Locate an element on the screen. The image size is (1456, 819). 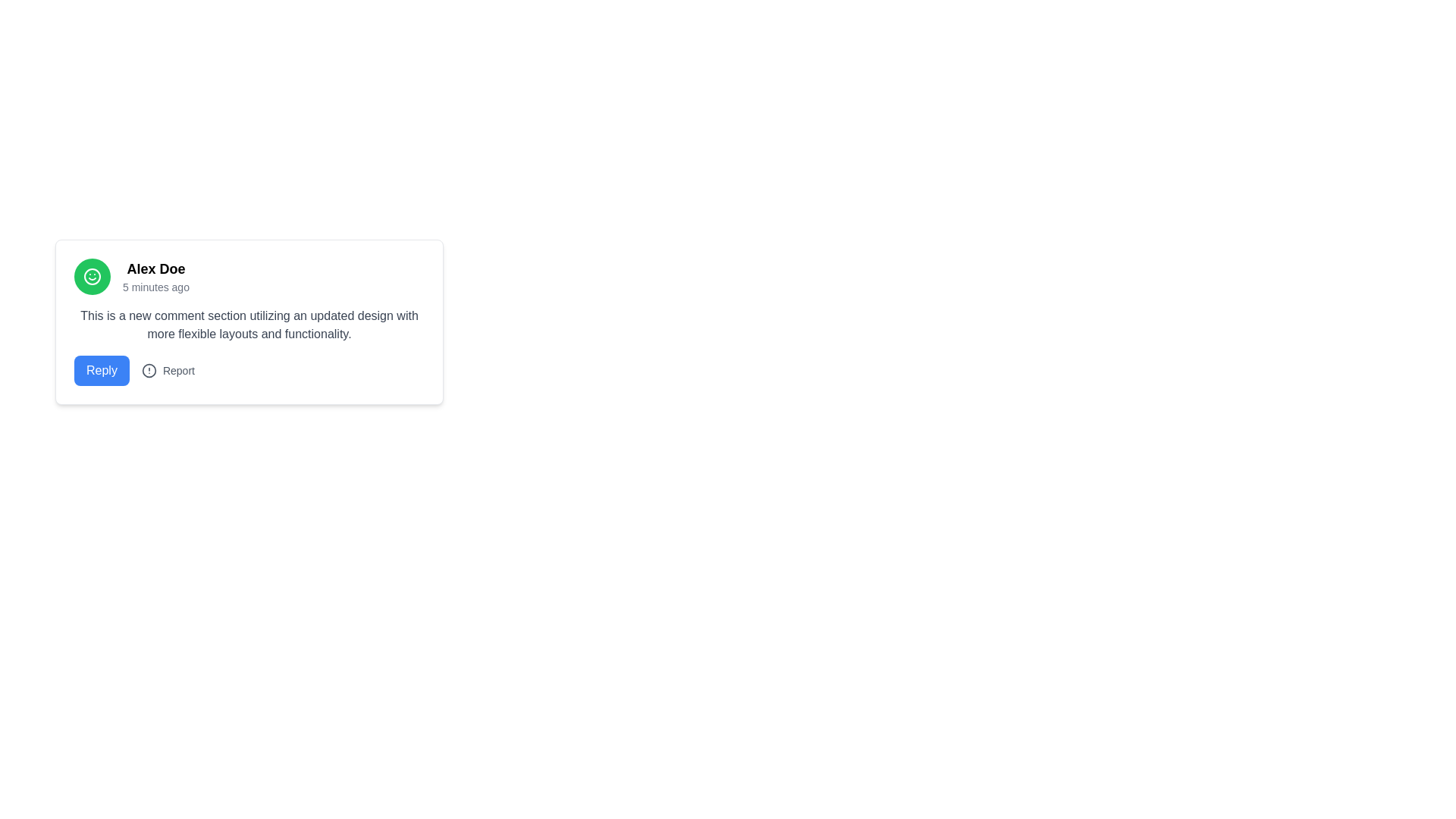
the text element displaying 'Alex Doe', which is bold and located at the top of the comment box, next to the avatar icon is located at coordinates (156, 268).